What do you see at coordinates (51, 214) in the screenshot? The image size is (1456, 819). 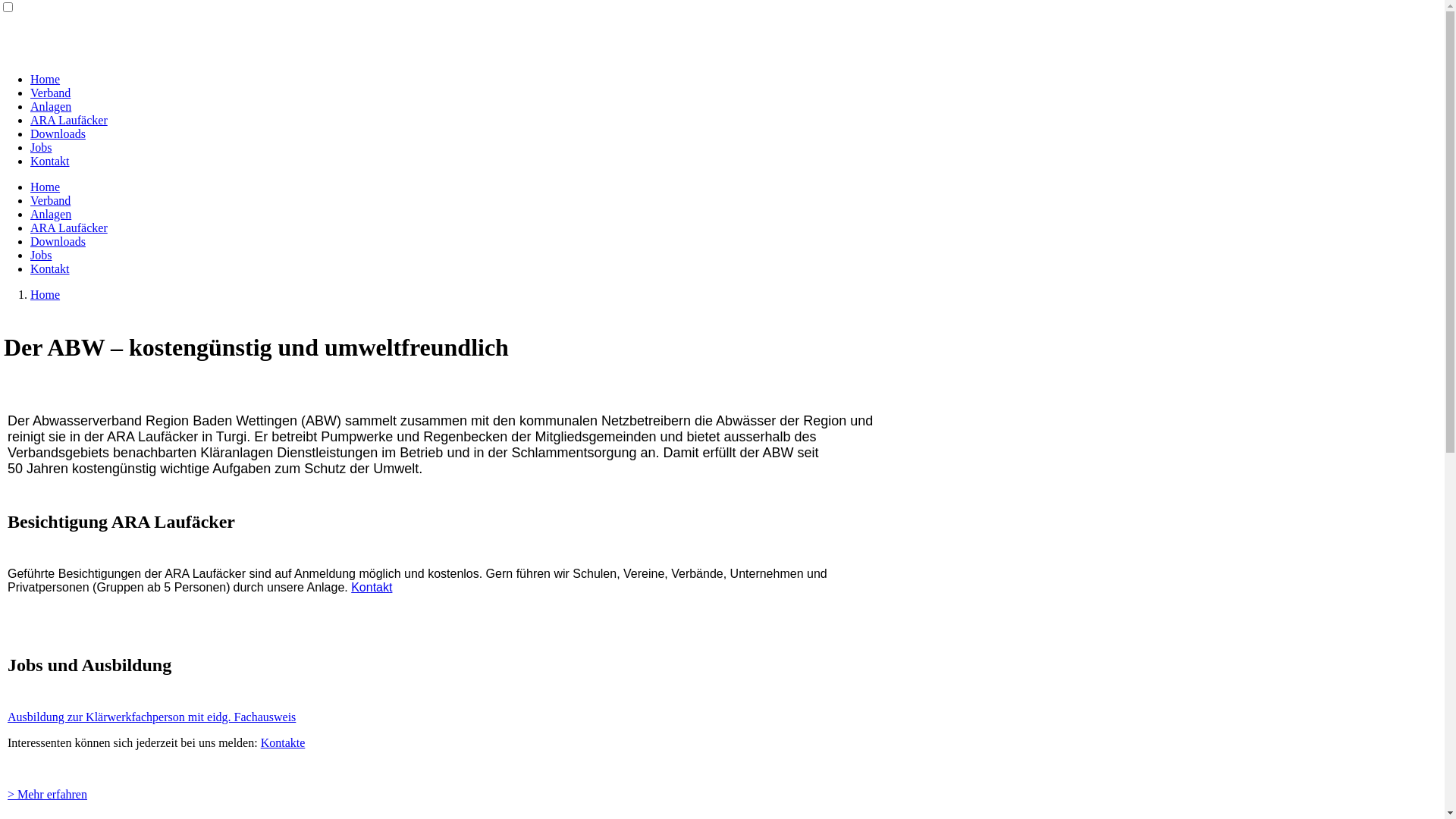 I see `'Anlagen'` at bounding box center [51, 214].